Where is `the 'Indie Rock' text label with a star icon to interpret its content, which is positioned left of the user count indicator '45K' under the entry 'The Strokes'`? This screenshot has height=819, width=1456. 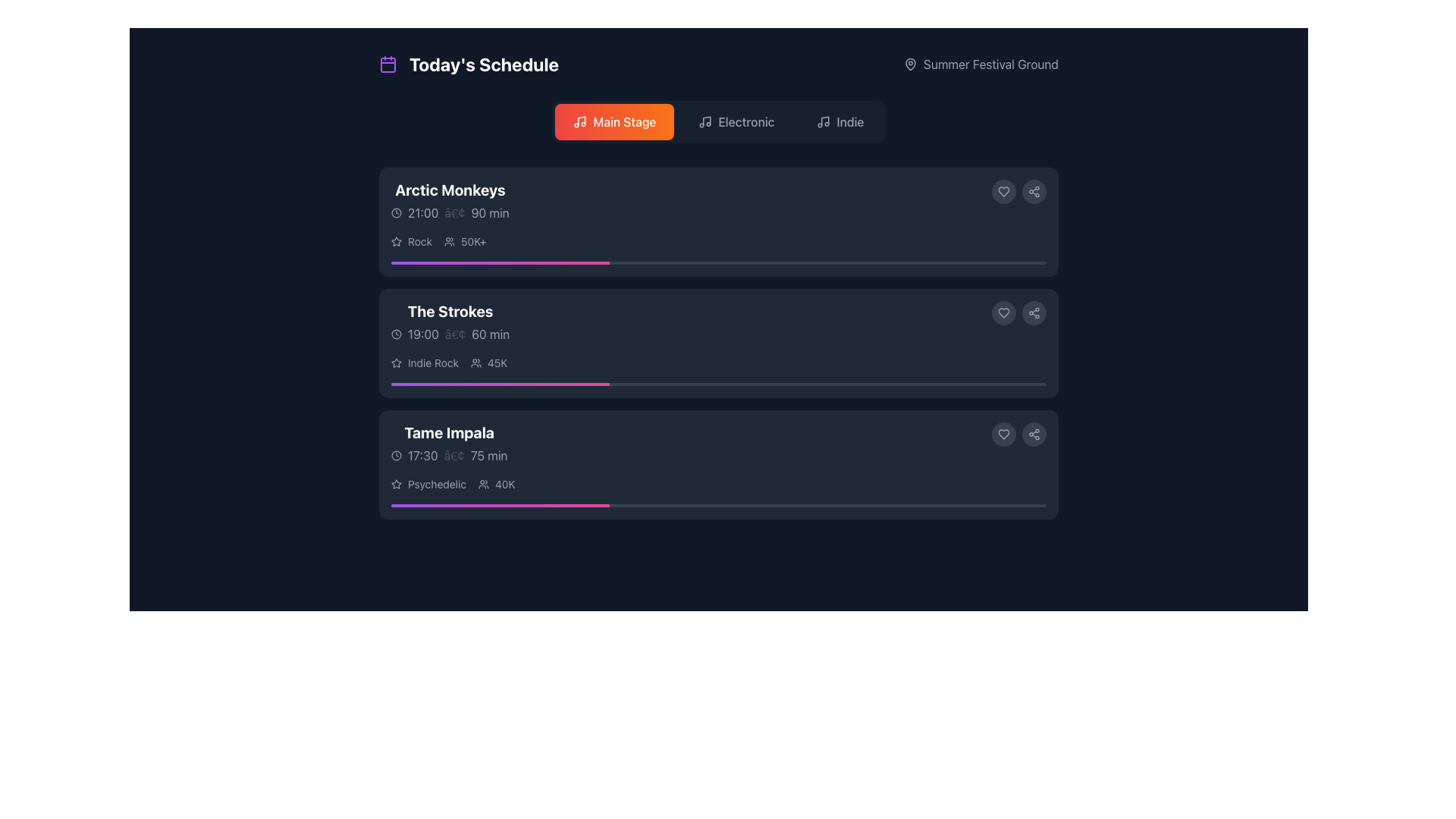
the 'Indie Rock' text label with a star icon to interpret its content, which is positioned left of the user count indicator '45K' under the entry 'The Strokes' is located at coordinates (425, 362).